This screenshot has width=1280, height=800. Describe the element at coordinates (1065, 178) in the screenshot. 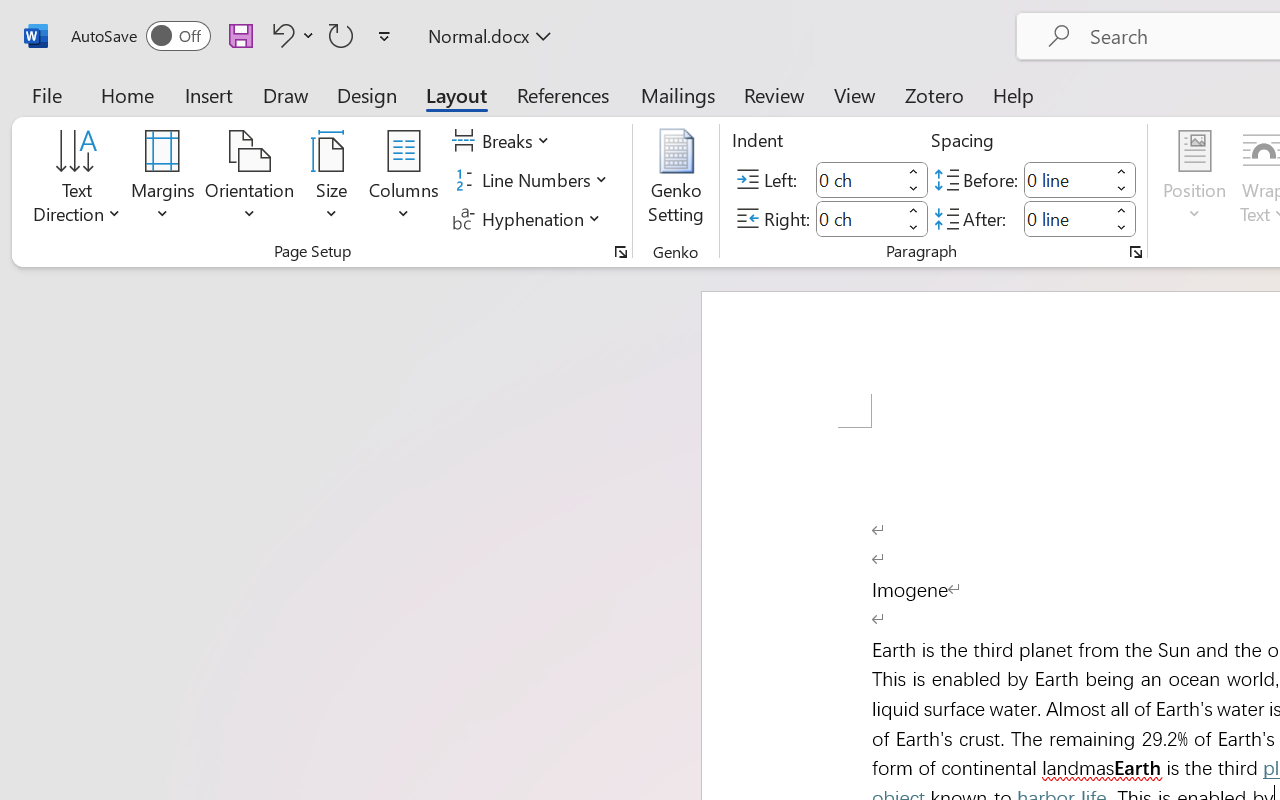

I see `'Spacing Before'` at that location.